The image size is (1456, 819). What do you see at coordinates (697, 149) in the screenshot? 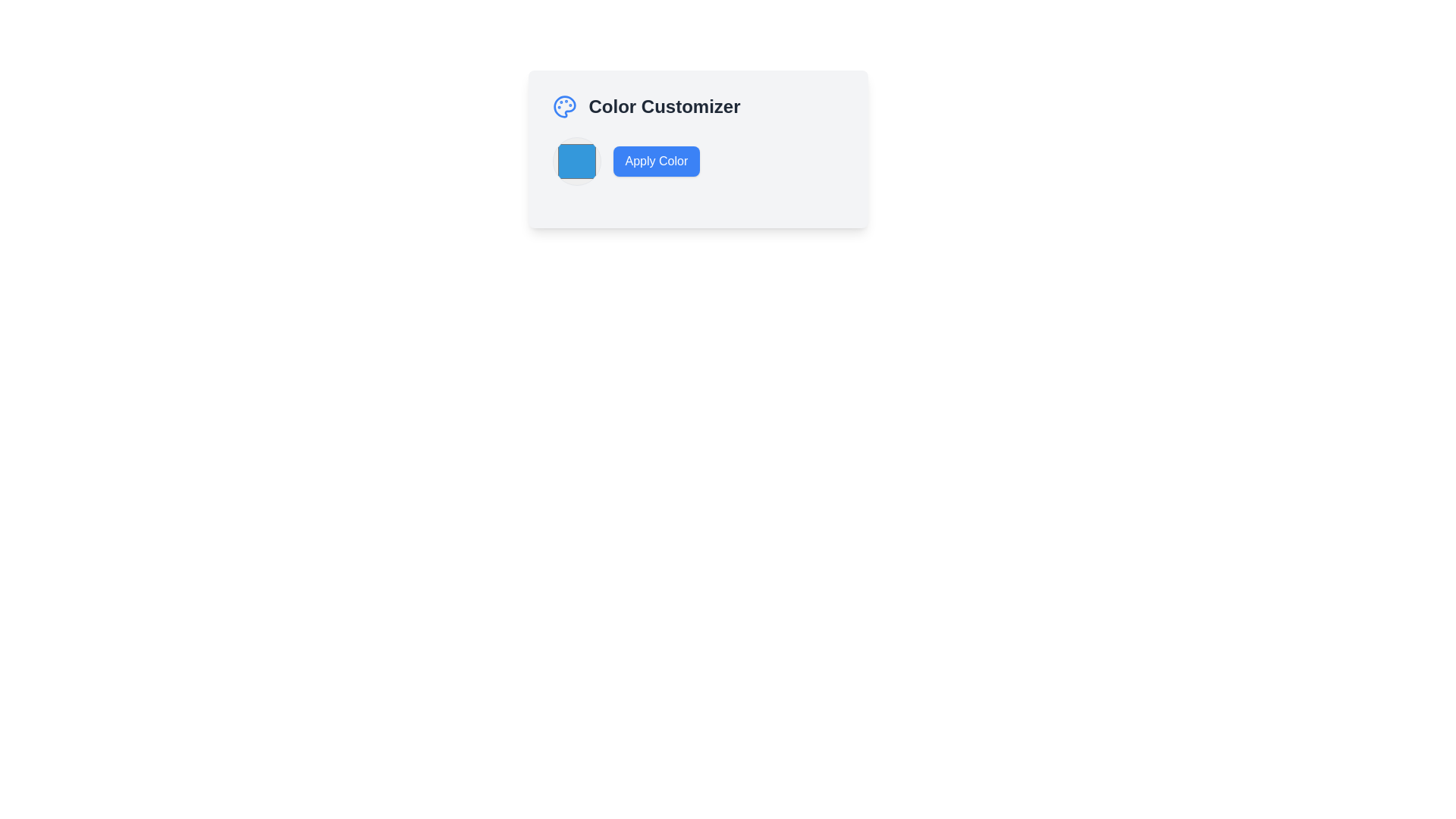
I see `the 'Apply Color' button located within the 'Color Customizer' gray box to apply the selected color from the color picker` at bounding box center [697, 149].